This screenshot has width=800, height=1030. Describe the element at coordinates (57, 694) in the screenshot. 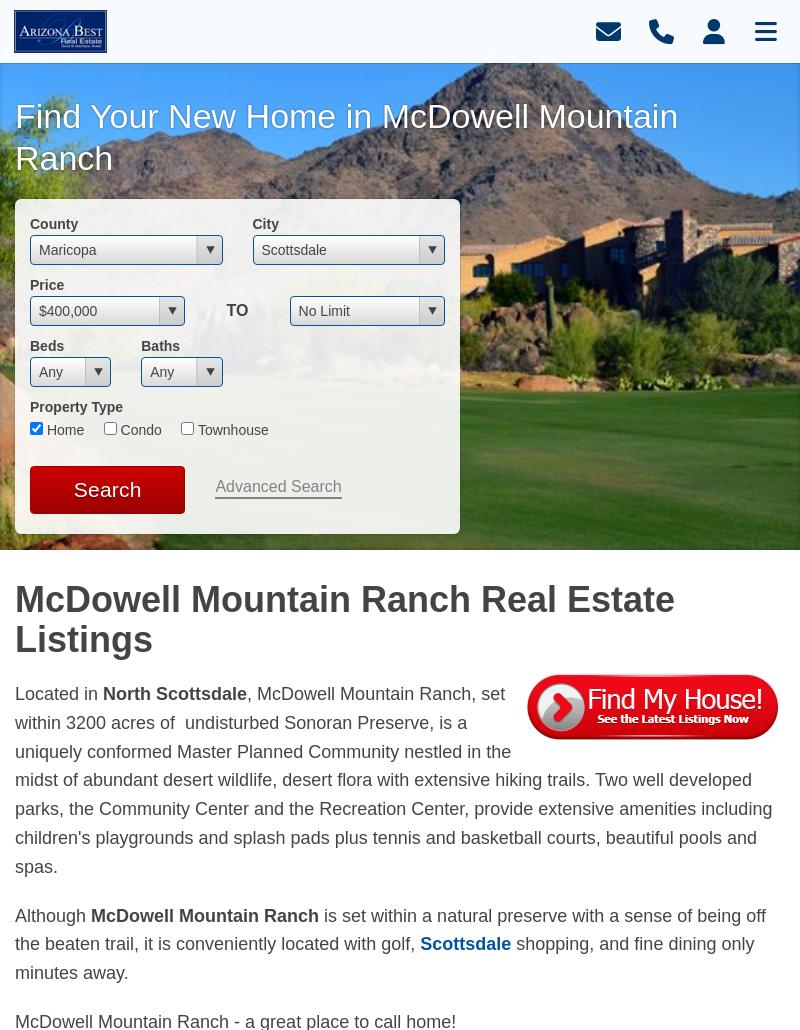

I see `'Located in'` at that location.